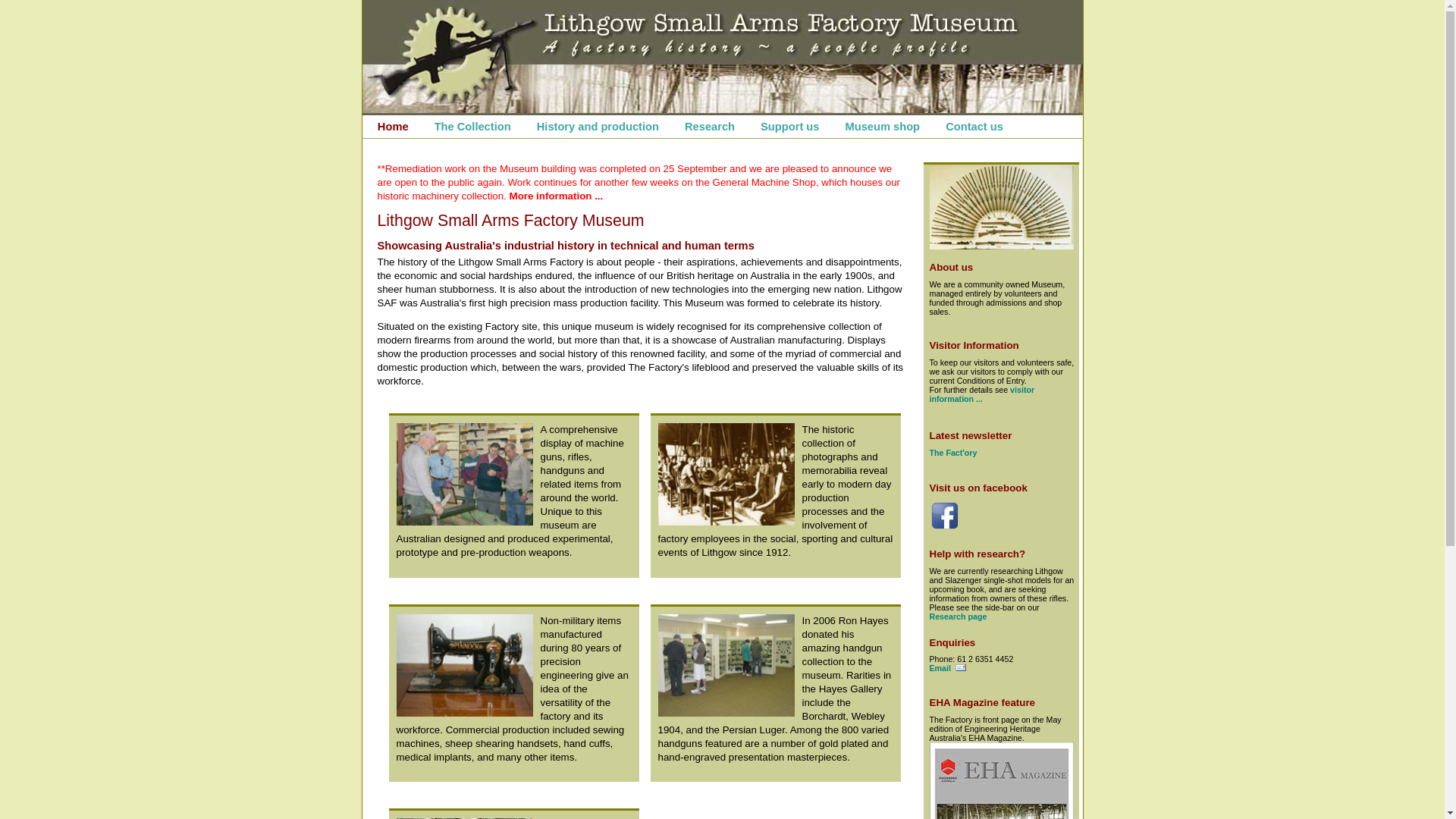 The height and width of the screenshot is (819, 1456). What do you see at coordinates (946, 667) in the screenshot?
I see `'Email'` at bounding box center [946, 667].